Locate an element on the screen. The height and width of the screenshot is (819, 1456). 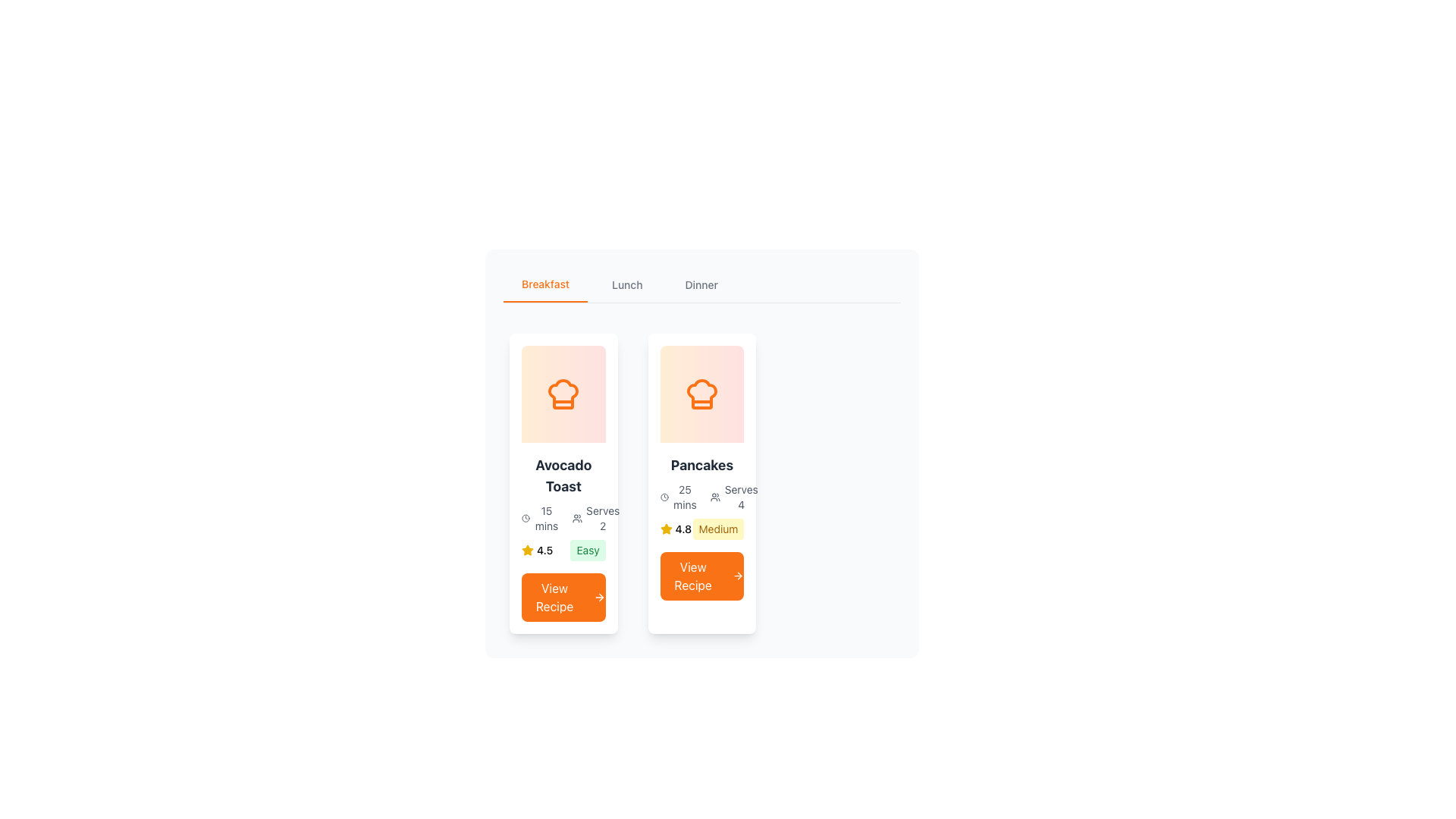
the Label with Icon that displays the preparation or cooking time for the recipe 'Avocado Toast' to get additional context is located at coordinates (541, 517).